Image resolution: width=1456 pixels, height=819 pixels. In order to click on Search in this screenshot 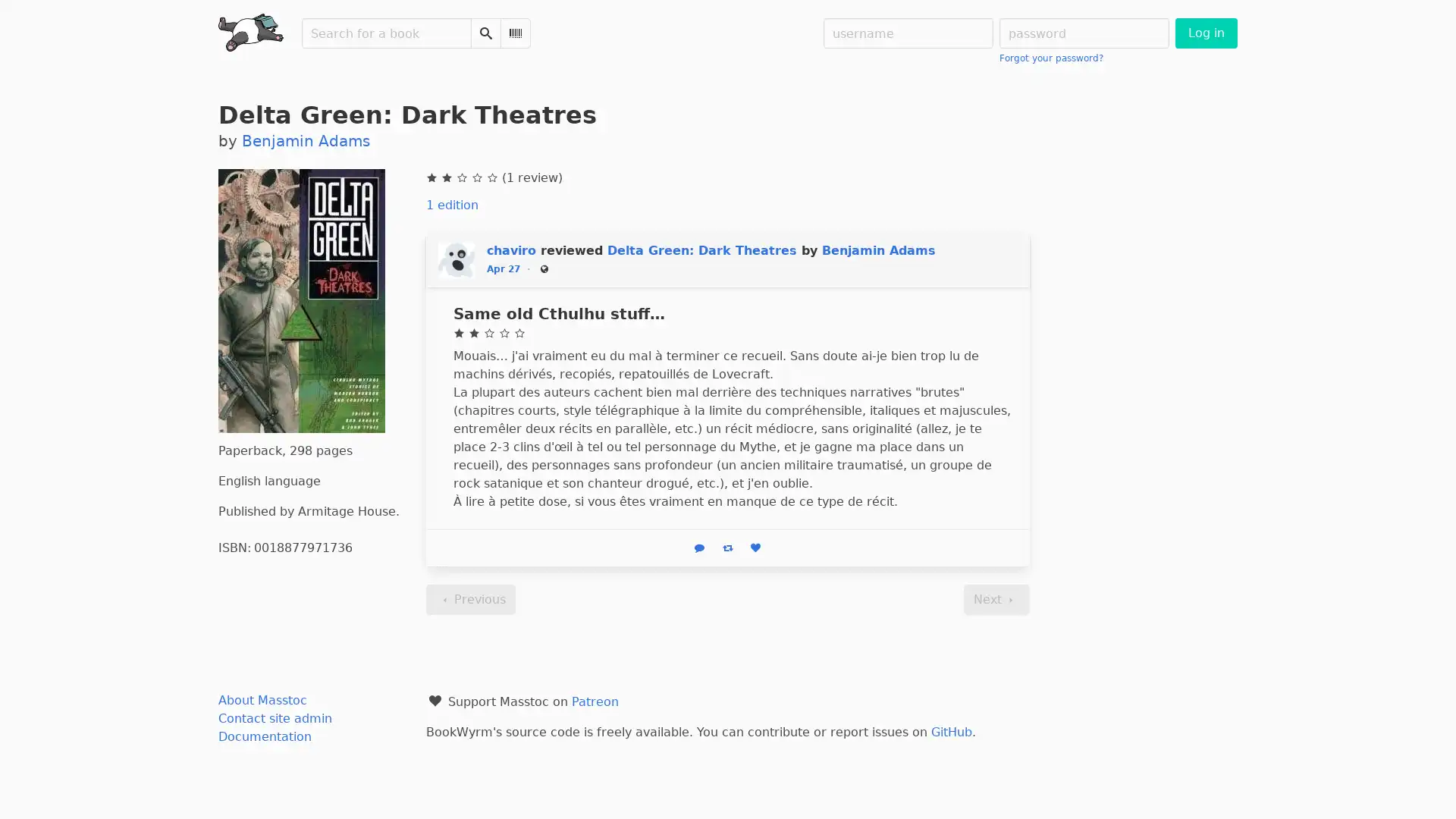, I will do `click(486, 33)`.